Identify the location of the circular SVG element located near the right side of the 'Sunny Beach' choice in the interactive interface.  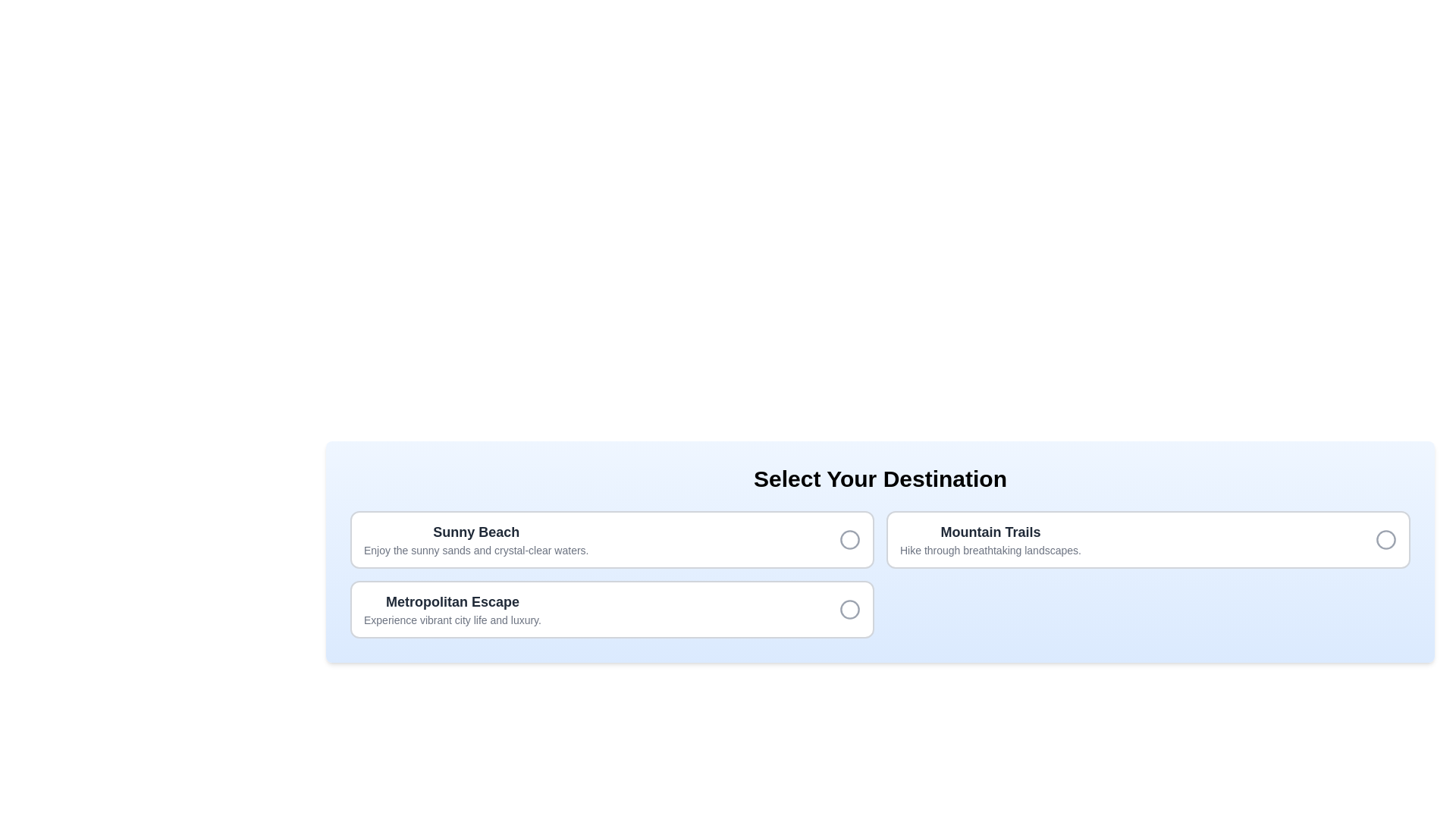
(850, 539).